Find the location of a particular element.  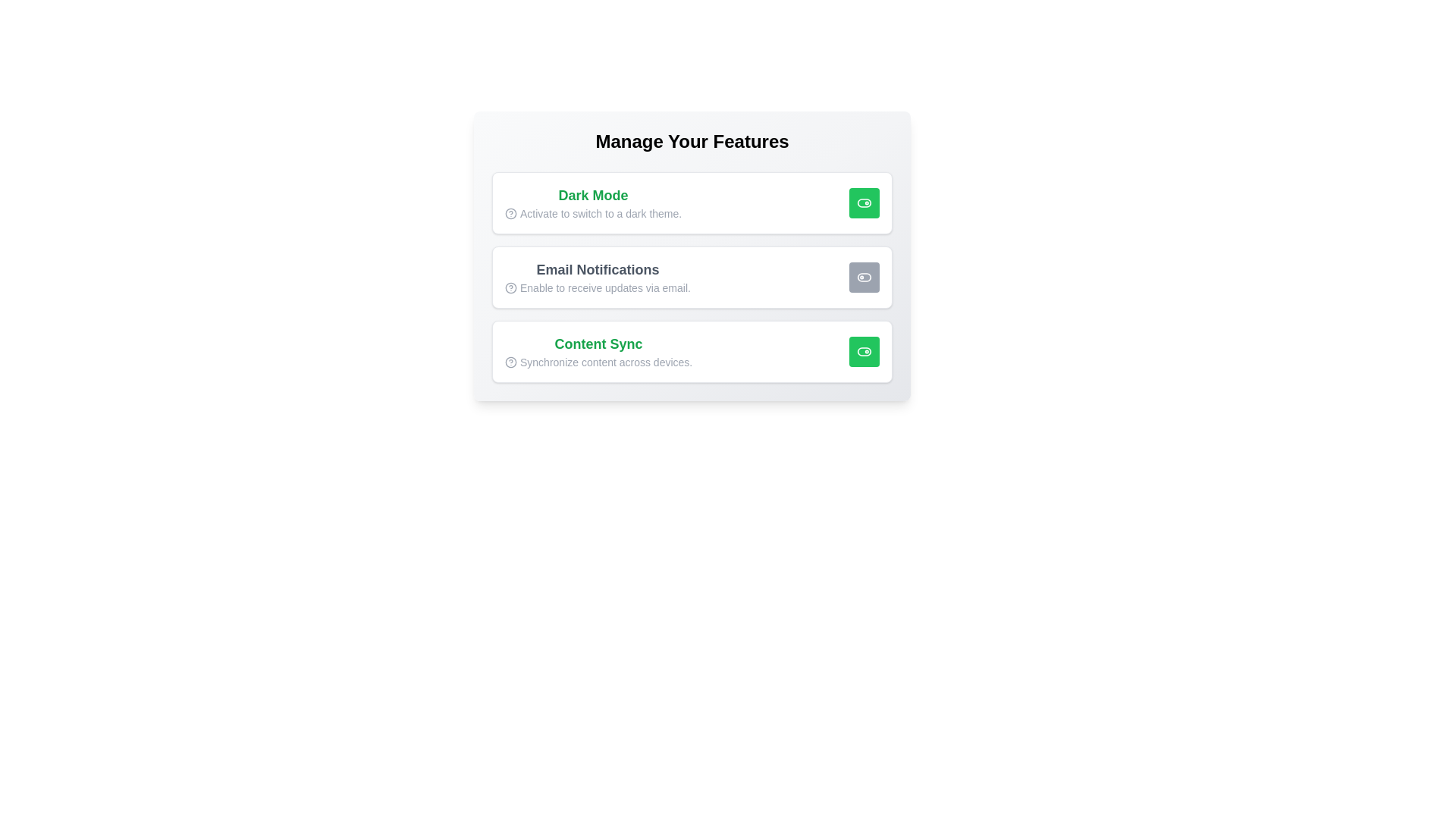

the text Content Sync by selecting it is located at coordinates (598, 344).